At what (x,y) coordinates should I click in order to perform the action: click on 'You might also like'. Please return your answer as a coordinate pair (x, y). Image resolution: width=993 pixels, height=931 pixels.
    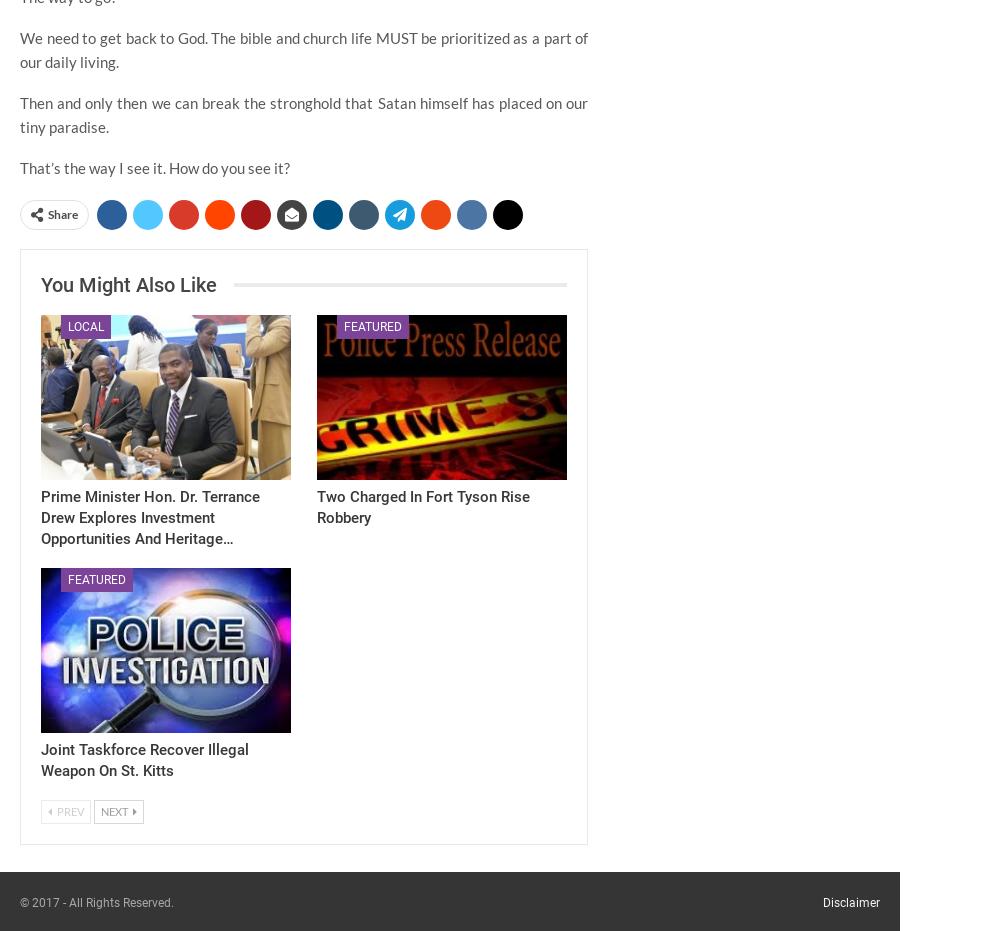
    Looking at the image, I should click on (41, 282).